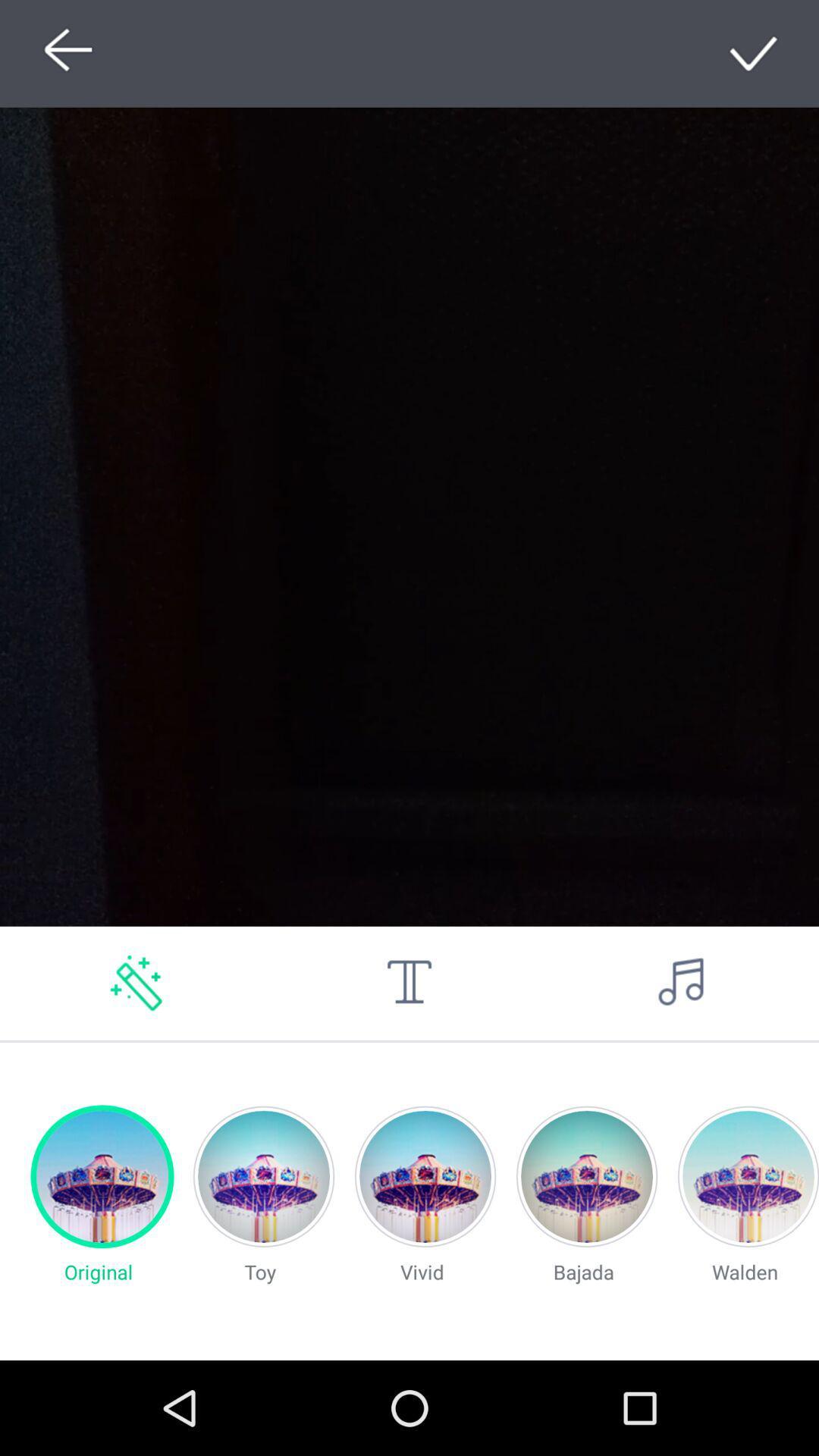 The height and width of the screenshot is (1456, 819). I want to click on select option, so click(755, 53).